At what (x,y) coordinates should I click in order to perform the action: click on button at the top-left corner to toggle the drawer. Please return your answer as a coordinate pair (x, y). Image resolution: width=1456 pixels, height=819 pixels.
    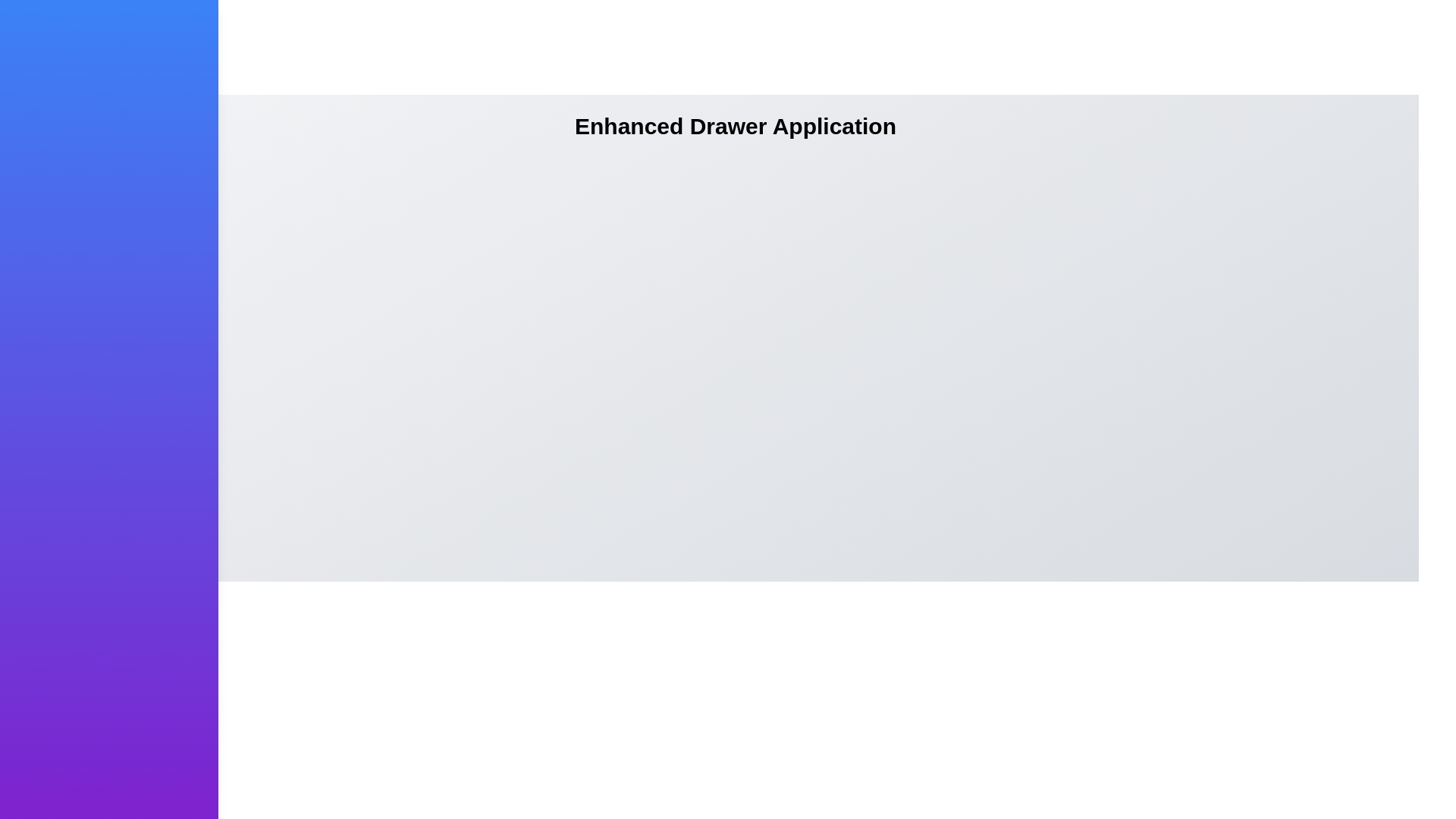
    Looking at the image, I should click on (32, 32).